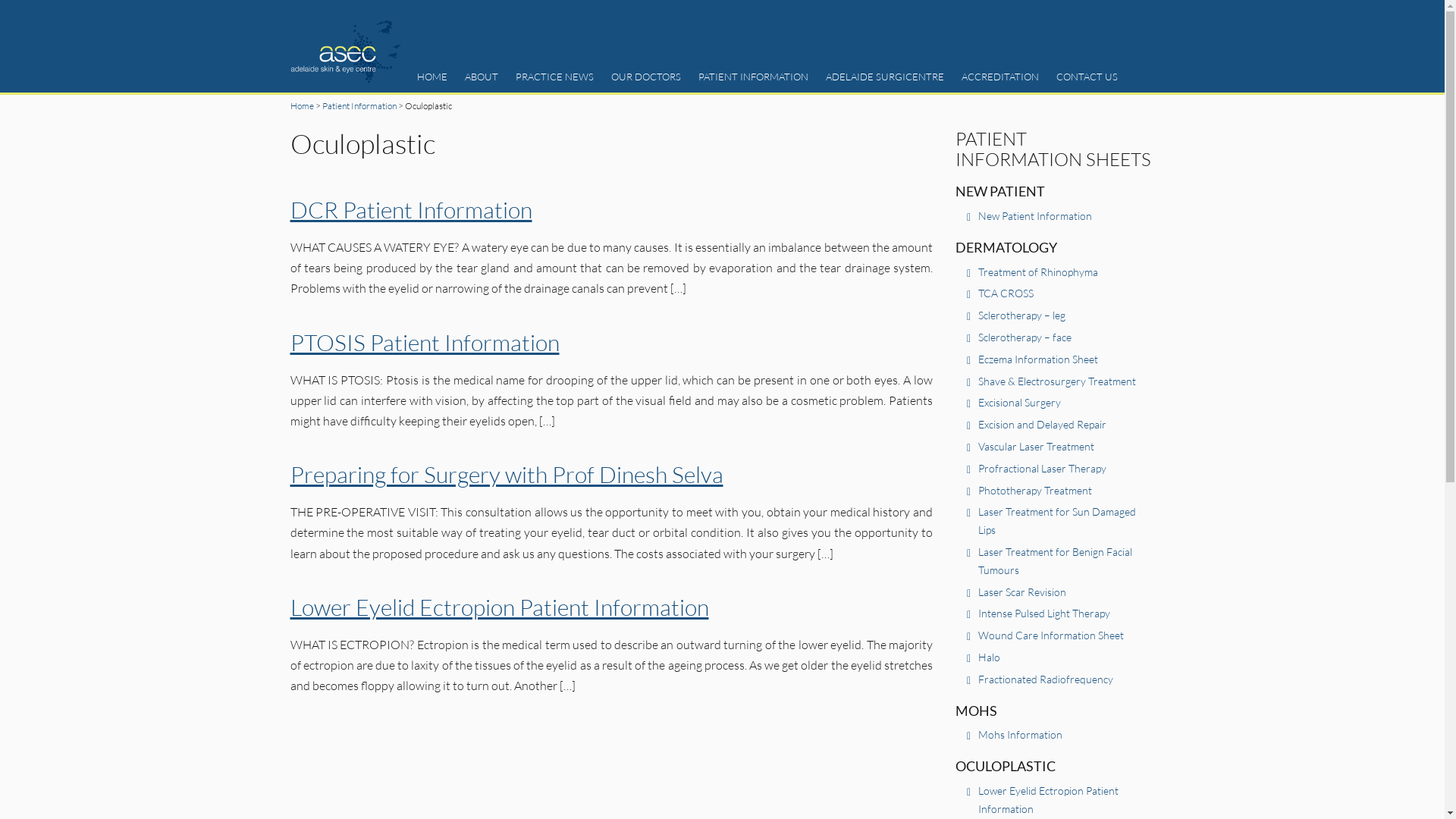 This screenshot has height=819, width=1456. I want to click on 'ACCREDITATION', so click(1000, 76).